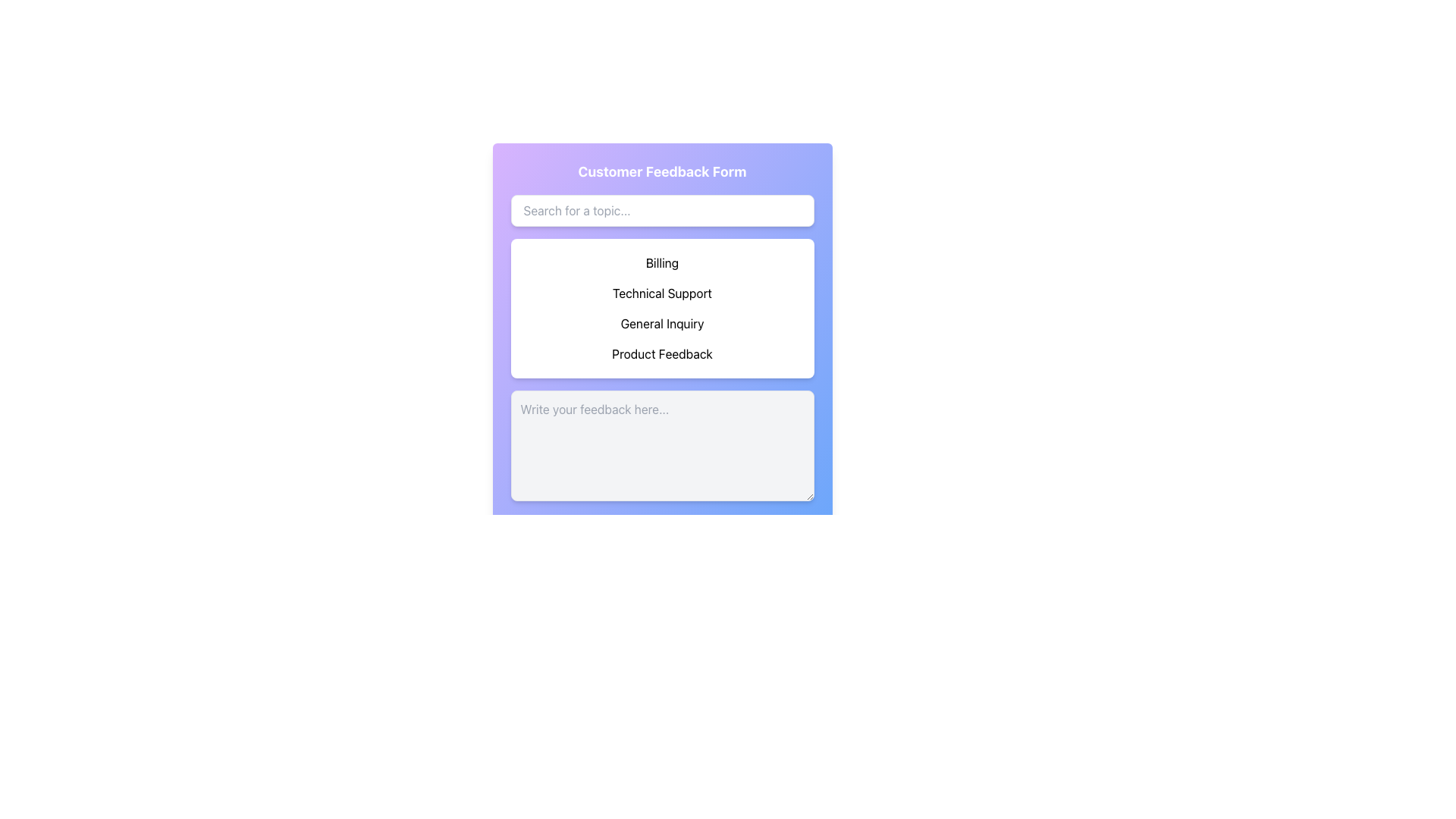 The height and width of the screenshot is (819, 1456). Describe the element at coordinates (662, 262) in the screenshot. I see `the first selectable list item for billing inquiries located below the search bar` at that location.